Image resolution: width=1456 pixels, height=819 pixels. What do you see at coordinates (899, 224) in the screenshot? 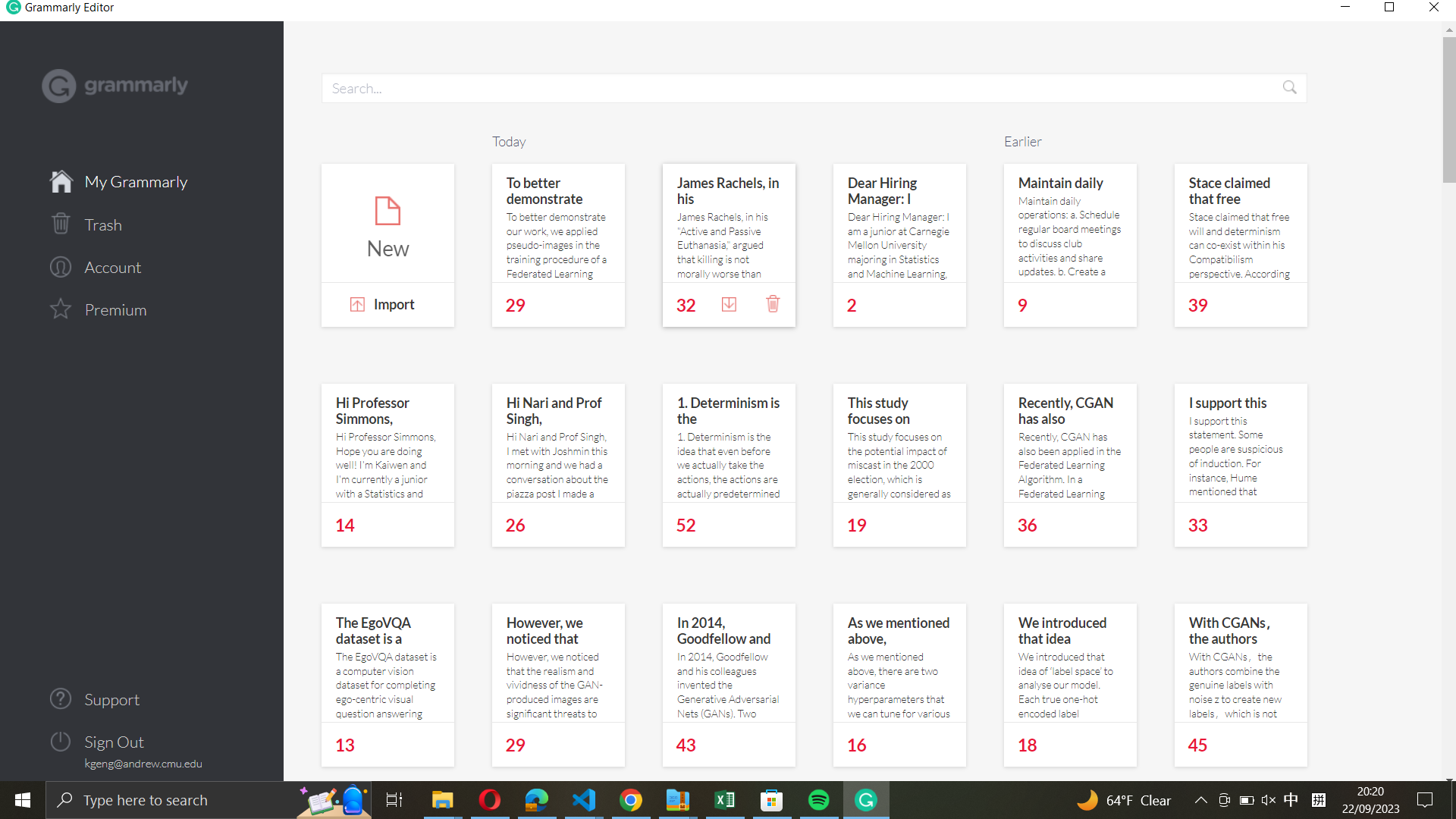
I see `the note for the hiring manager` at bounding box center [899, 224].